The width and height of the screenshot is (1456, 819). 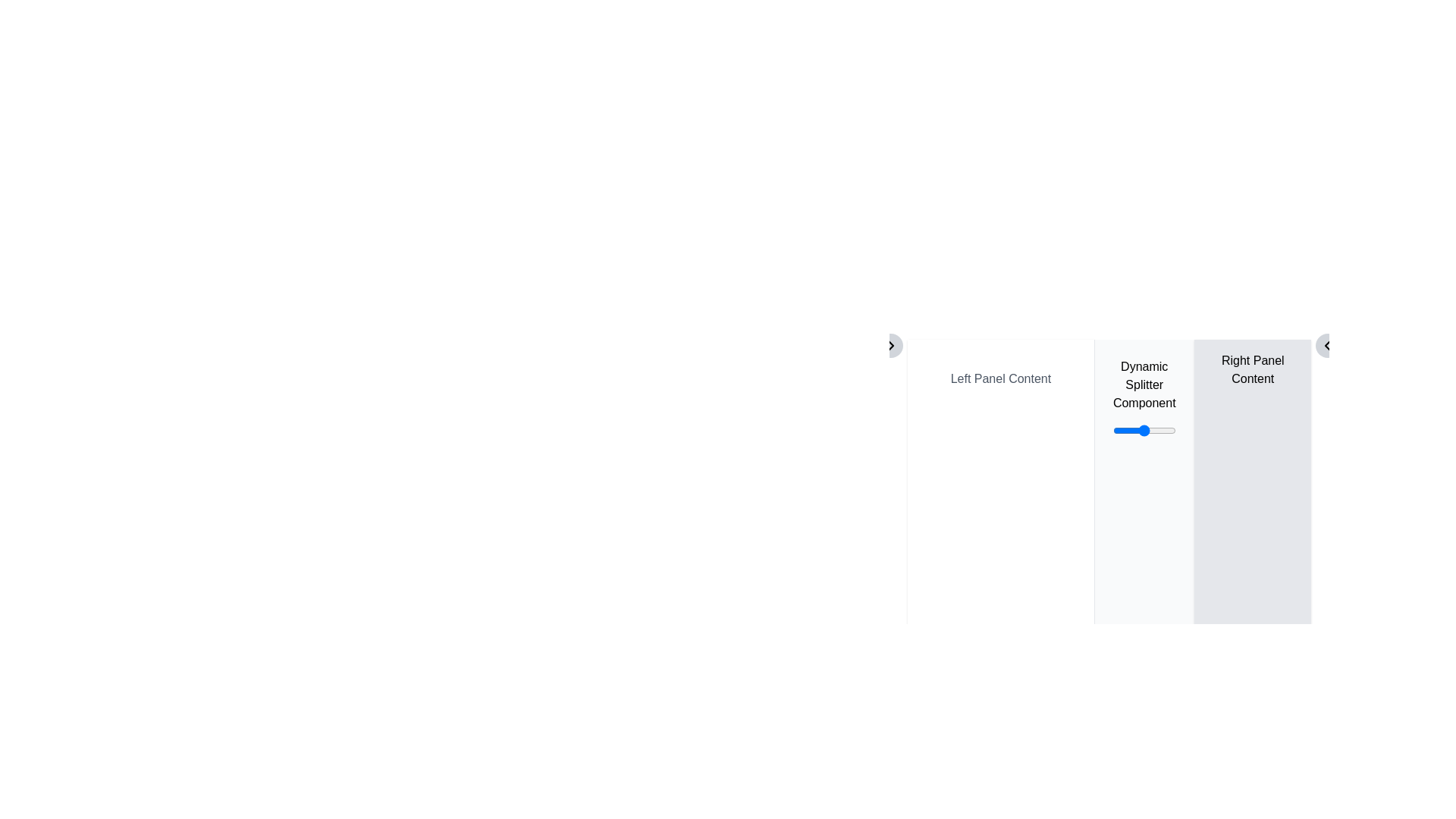 What do you see at coordinates (1327, 345) in the screenshot?
I see `the circular button with a gray background and a left-pointing chevron icon located at the top right corner of the left panel for keyboard navigation` at bounding box center [1327, 345].